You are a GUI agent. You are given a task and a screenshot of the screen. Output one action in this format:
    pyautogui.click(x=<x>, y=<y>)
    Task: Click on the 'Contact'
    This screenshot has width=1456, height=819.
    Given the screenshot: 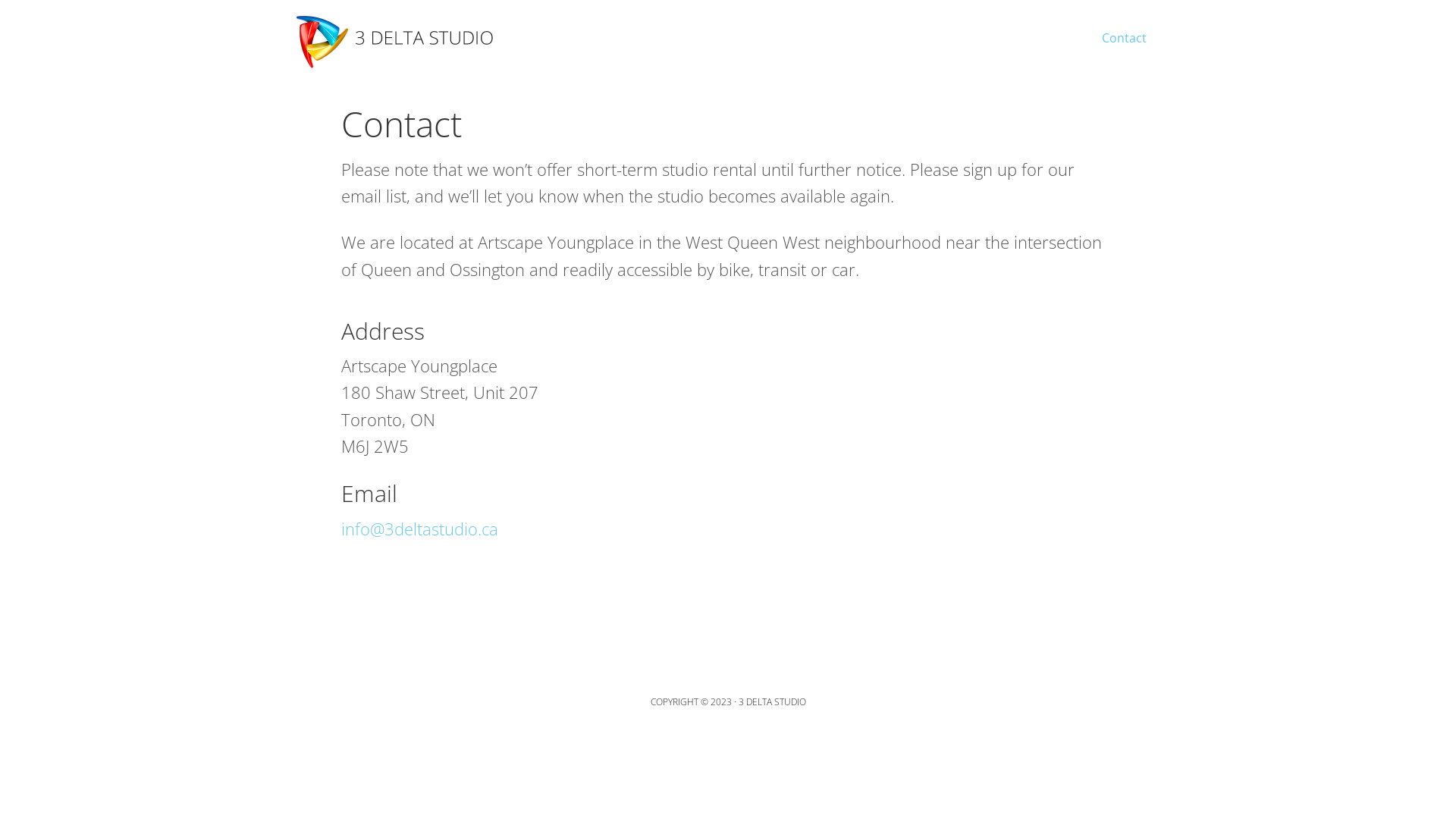 What is the action you would take?
    pyautogui.click(x=1124, y=29)
    